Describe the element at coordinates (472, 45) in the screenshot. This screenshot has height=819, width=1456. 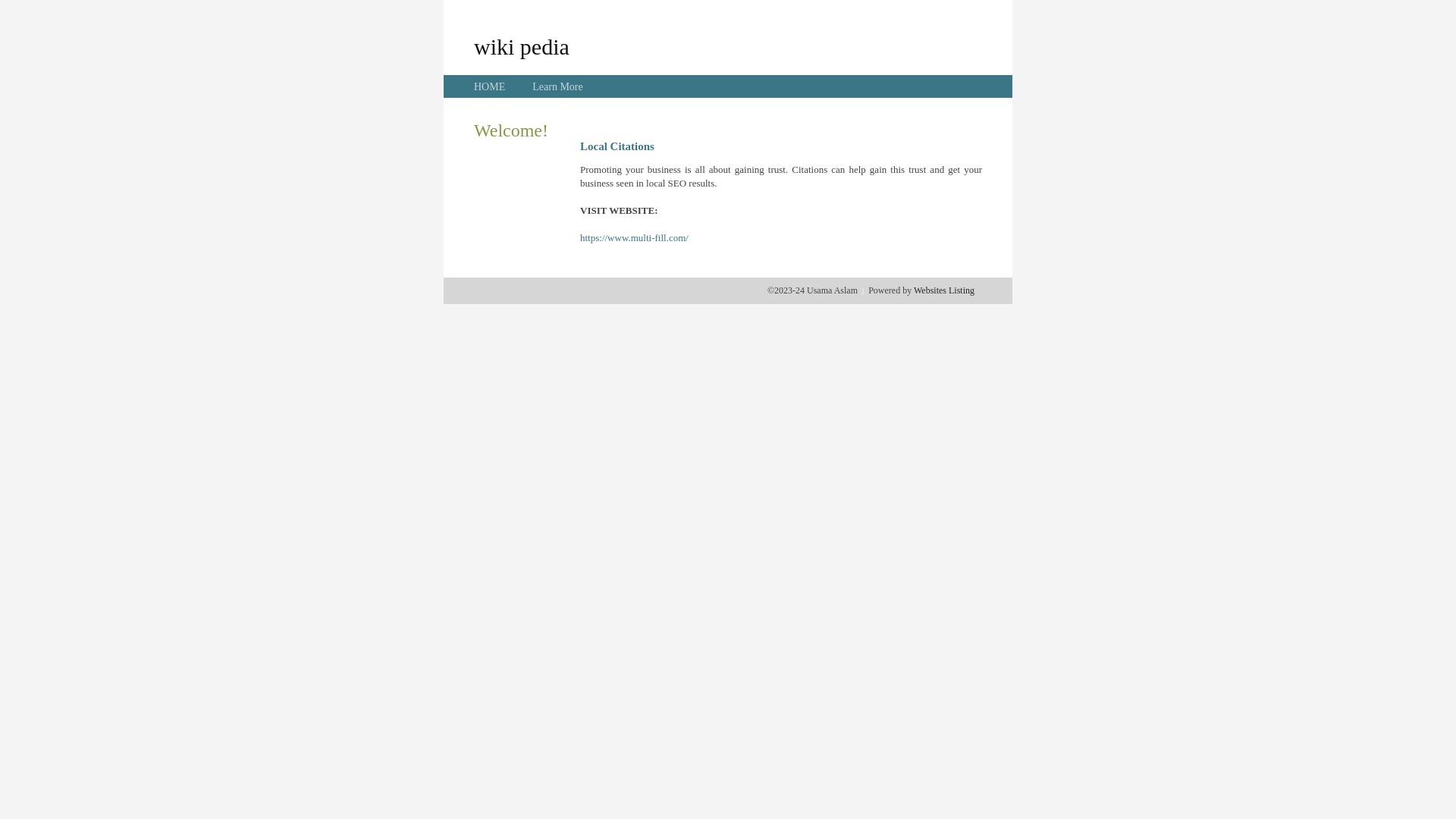
I see `'wiki pedia'` at that location.